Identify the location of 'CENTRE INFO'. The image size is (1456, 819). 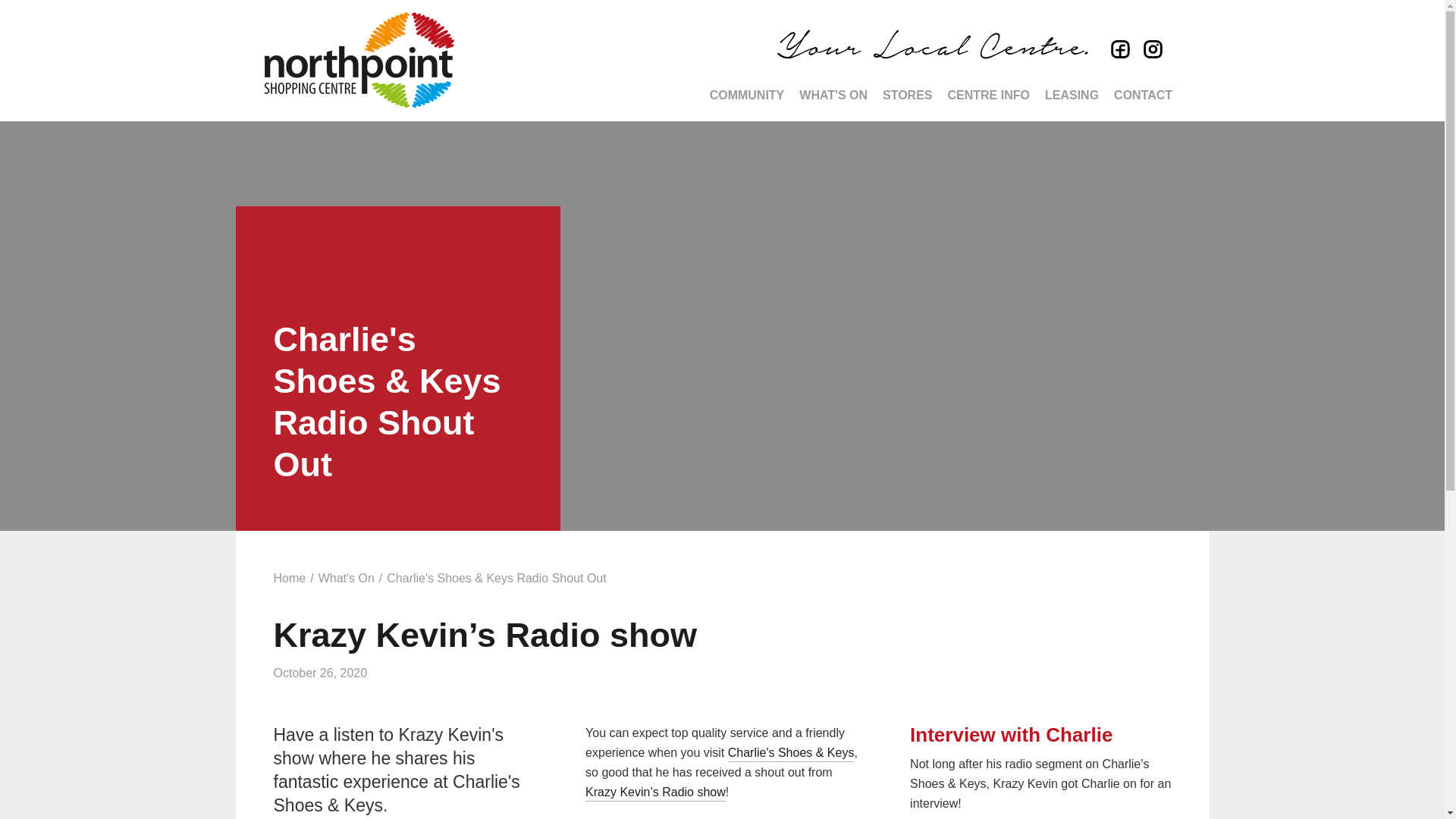
(939, 96).